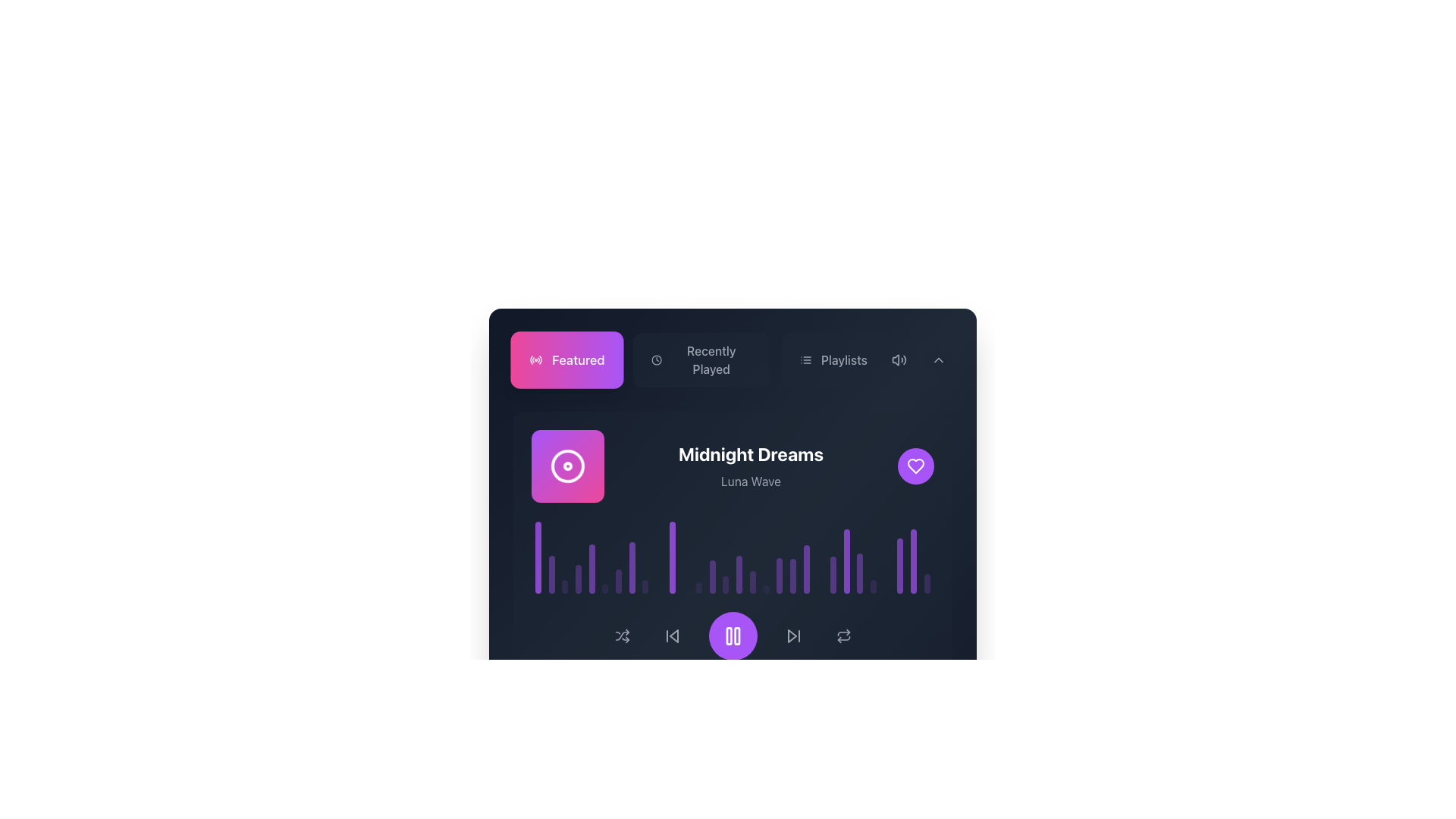 The width and height of the screenshot is (1456, 819). Describe the element at coordinates (622, 636) in the screenshot. I see `the shuffle button located in the lower-right corner of the playback controls section` at that location.